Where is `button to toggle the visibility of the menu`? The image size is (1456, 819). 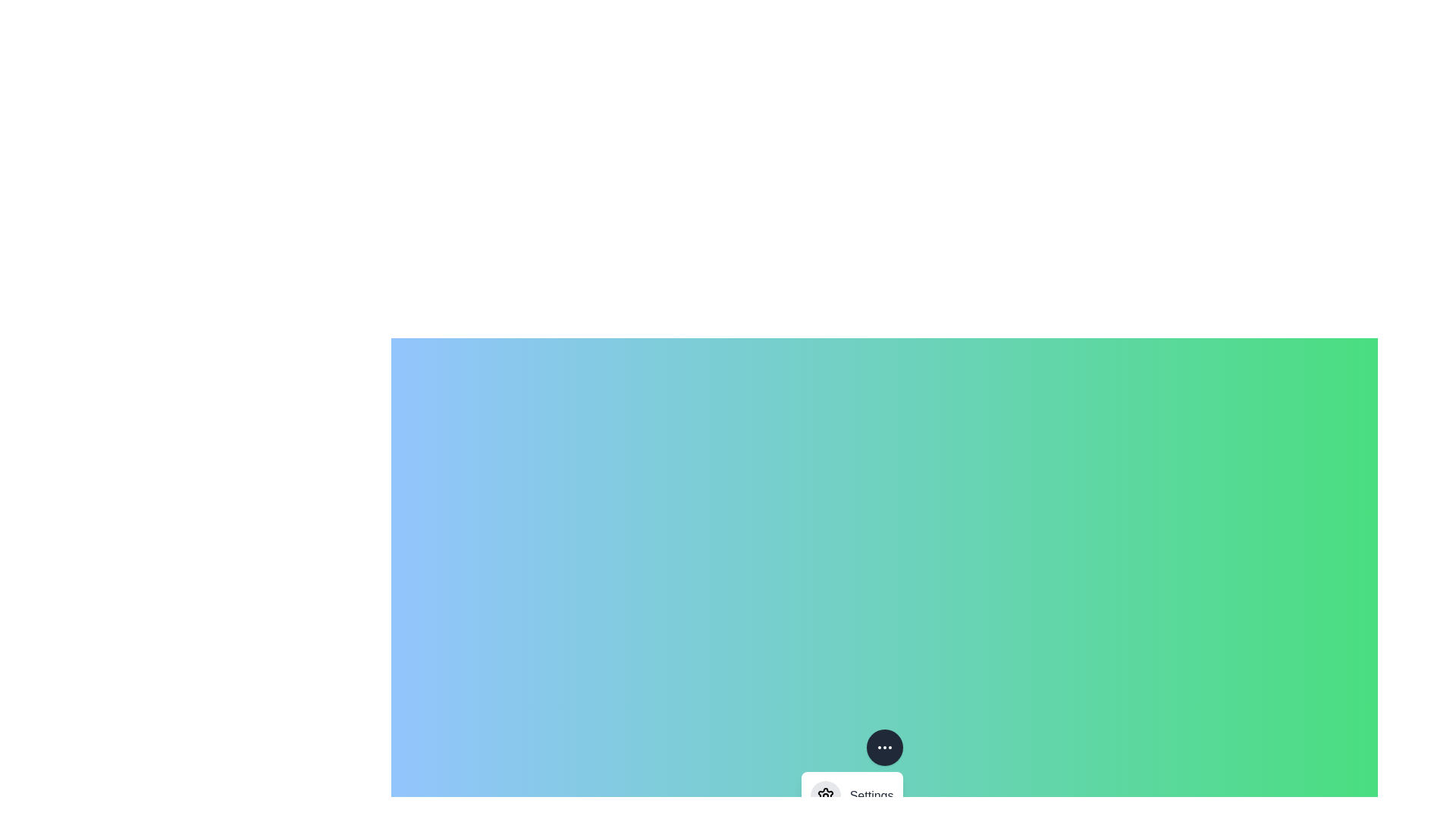
button to toggle the visibility of the menu is located at coordinates (884, 747).